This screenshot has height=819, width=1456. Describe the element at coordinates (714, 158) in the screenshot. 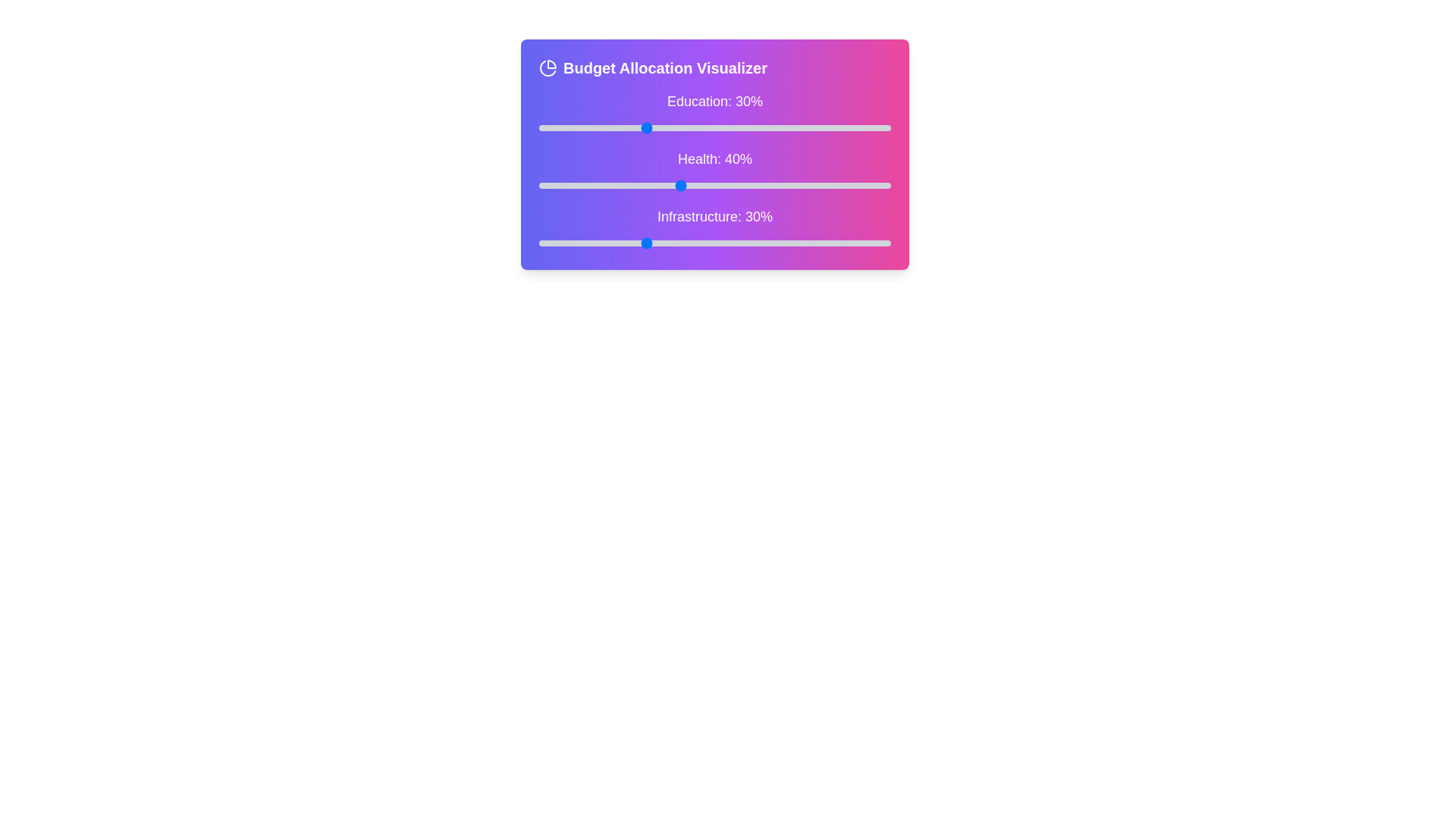

I see `the Health allocation percentage label located in the Budget Allocation Visualizer card, which is positioned centrally below the Education: 30% label and above the Infrastructure: 30% label` at that location.